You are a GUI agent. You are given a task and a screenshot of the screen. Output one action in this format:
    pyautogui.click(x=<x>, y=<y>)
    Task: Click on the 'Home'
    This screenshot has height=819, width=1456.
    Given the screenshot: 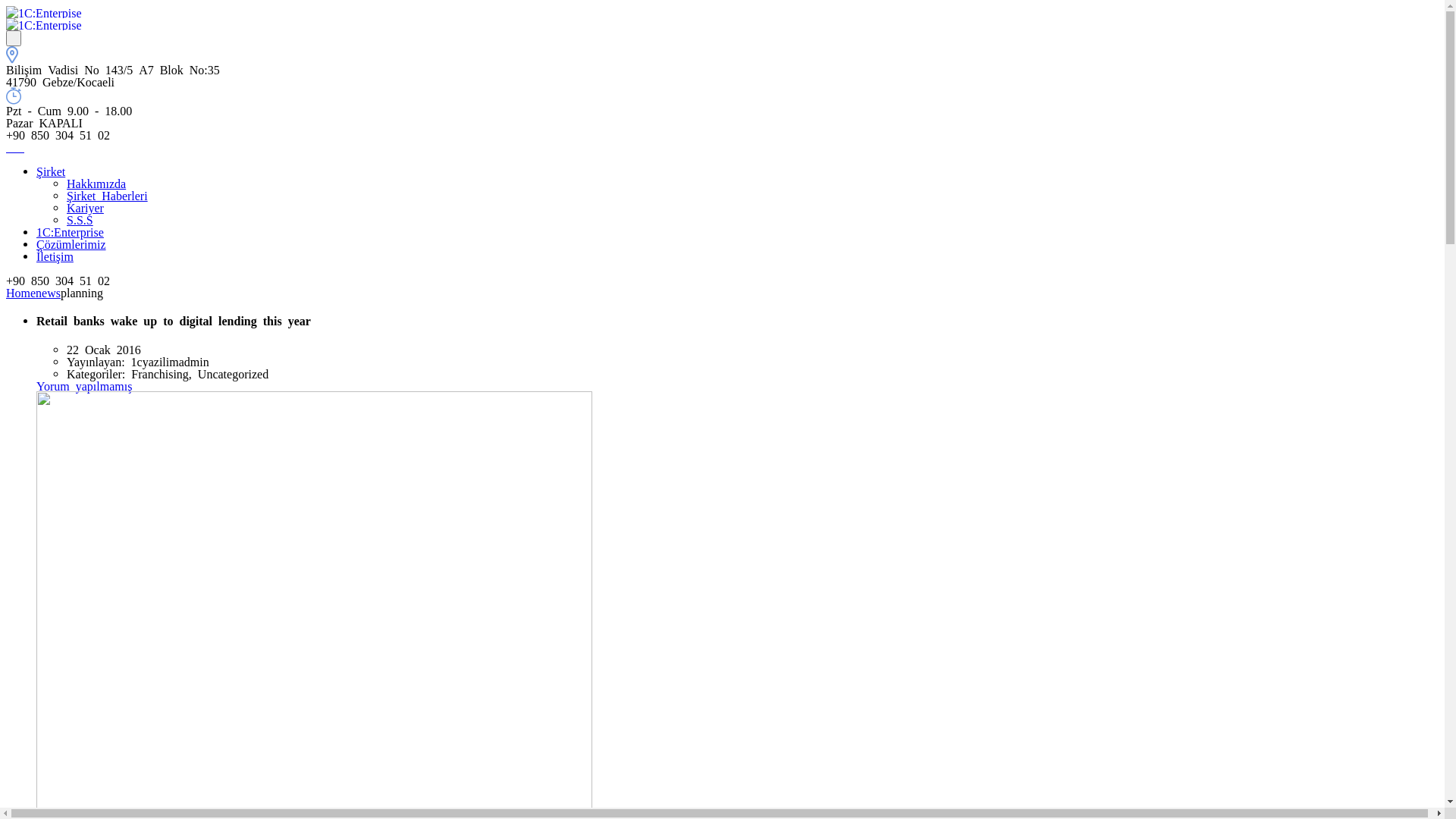 What is the action you would take?
    pyautogui.click(x=6, y=292)
    